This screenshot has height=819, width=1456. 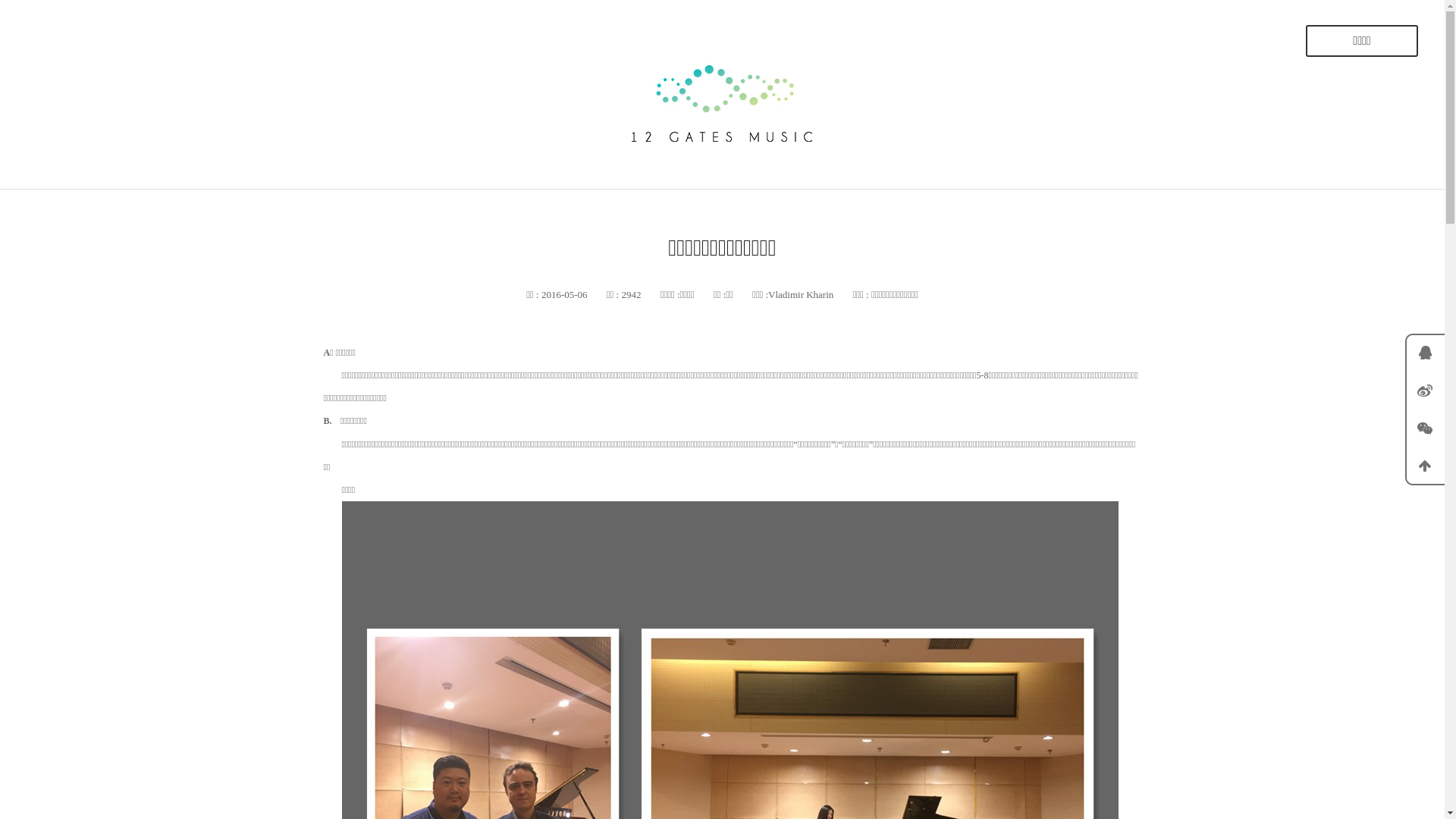 What do you see at coordinates (619, 294) in the screenshot?
I see `'2942'` at bounding box center [619, 294].